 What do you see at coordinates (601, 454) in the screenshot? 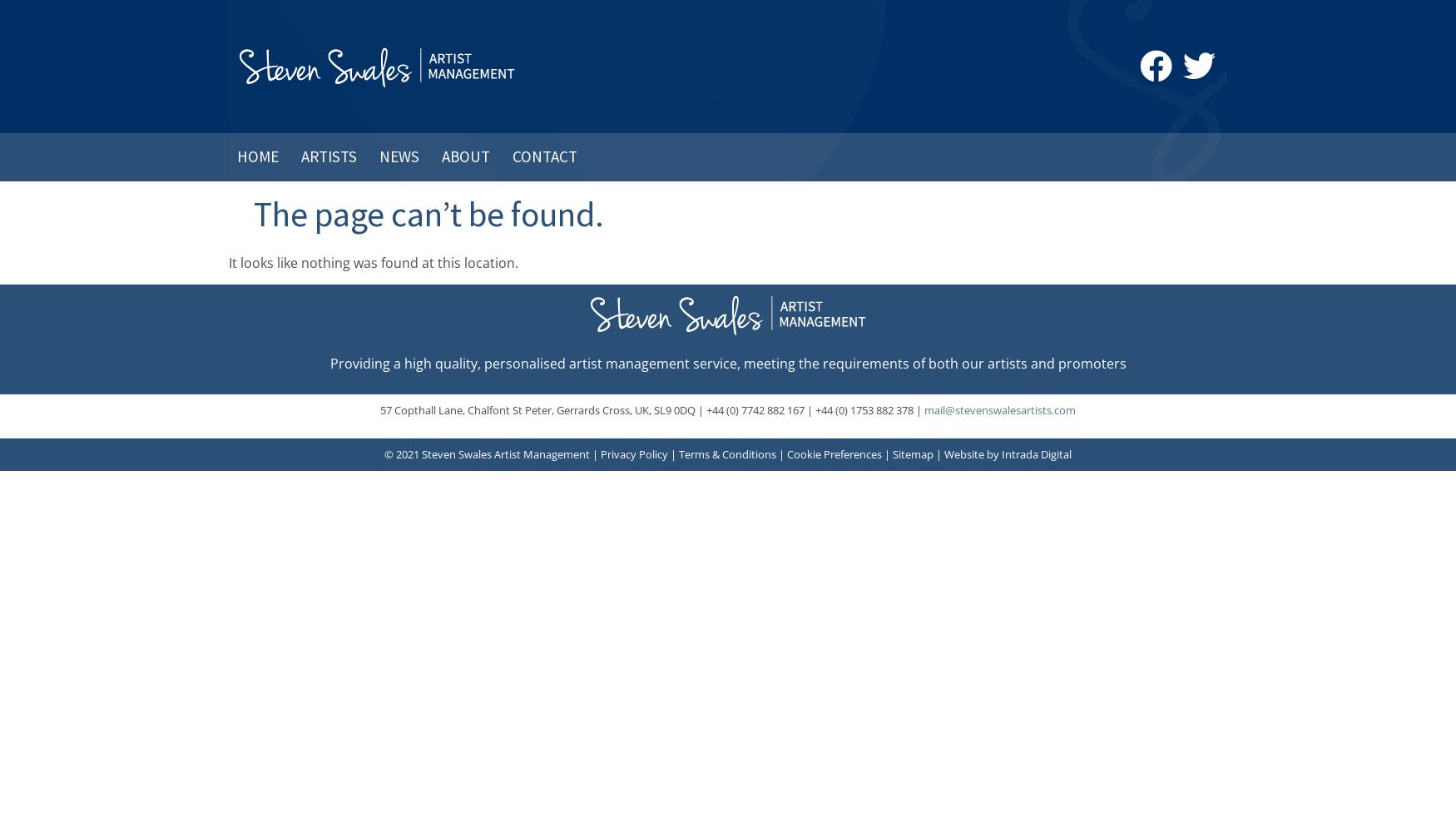
I see `'Privacy Policy'` at bounding box center [601, 454].